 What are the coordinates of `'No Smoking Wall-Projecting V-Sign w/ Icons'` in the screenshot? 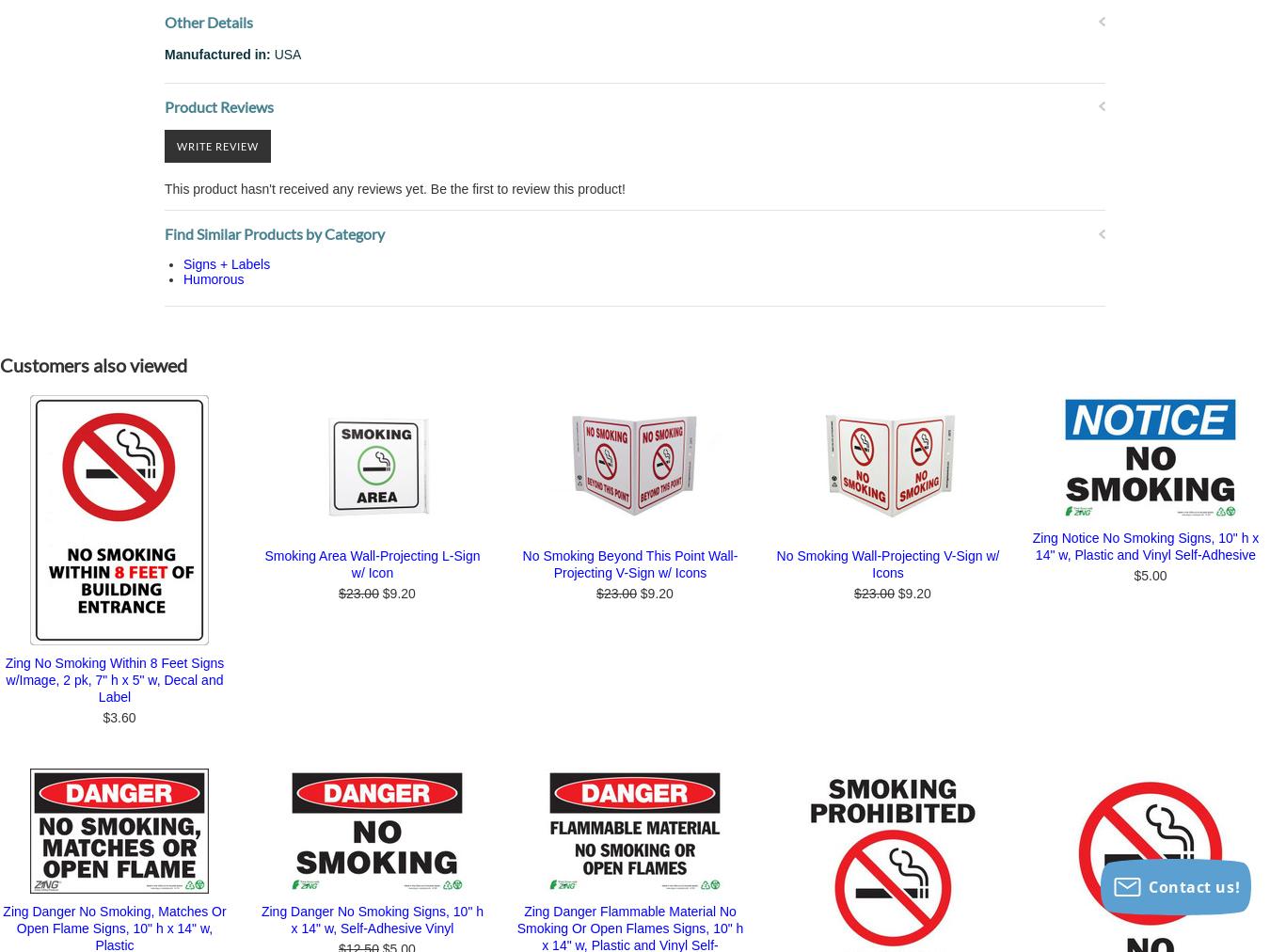 It's located at (775, 563).